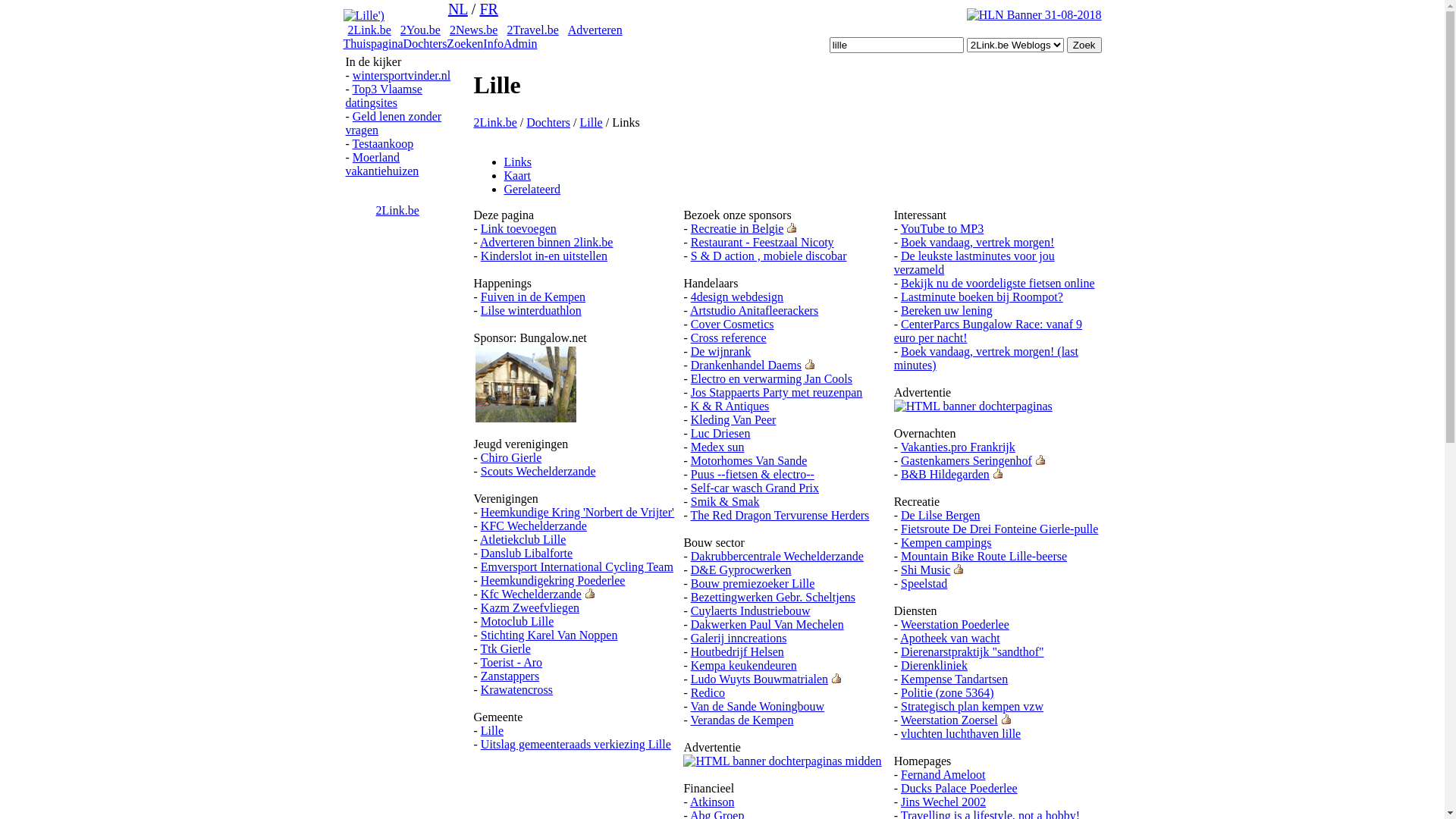 This screenshot has height=819, width=1456. Describe the element at coordinates (372, 42) in the screenshot. I see `'Thuispagina'` at that location.